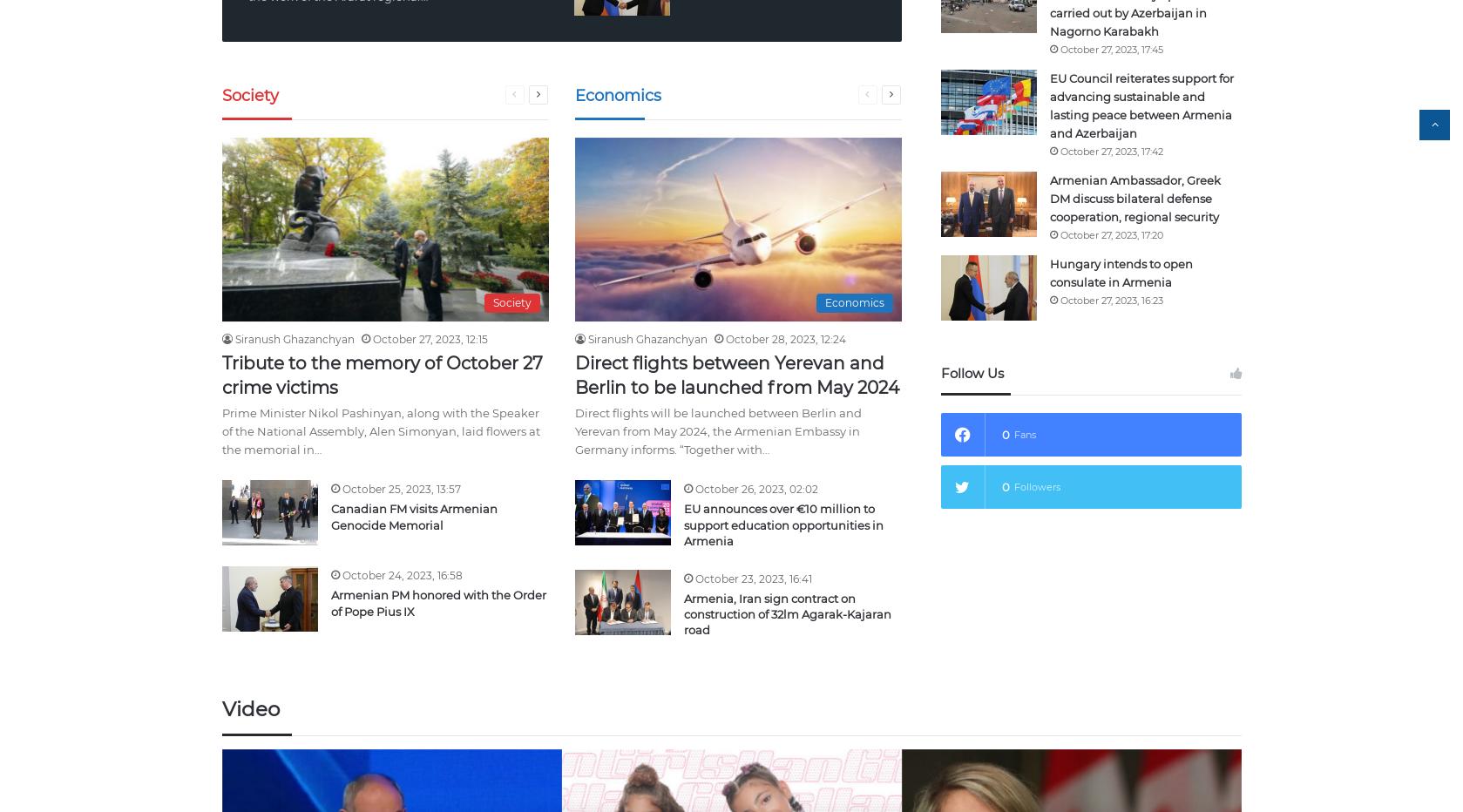  I want to click on 'Followers', so click(1035, 485).